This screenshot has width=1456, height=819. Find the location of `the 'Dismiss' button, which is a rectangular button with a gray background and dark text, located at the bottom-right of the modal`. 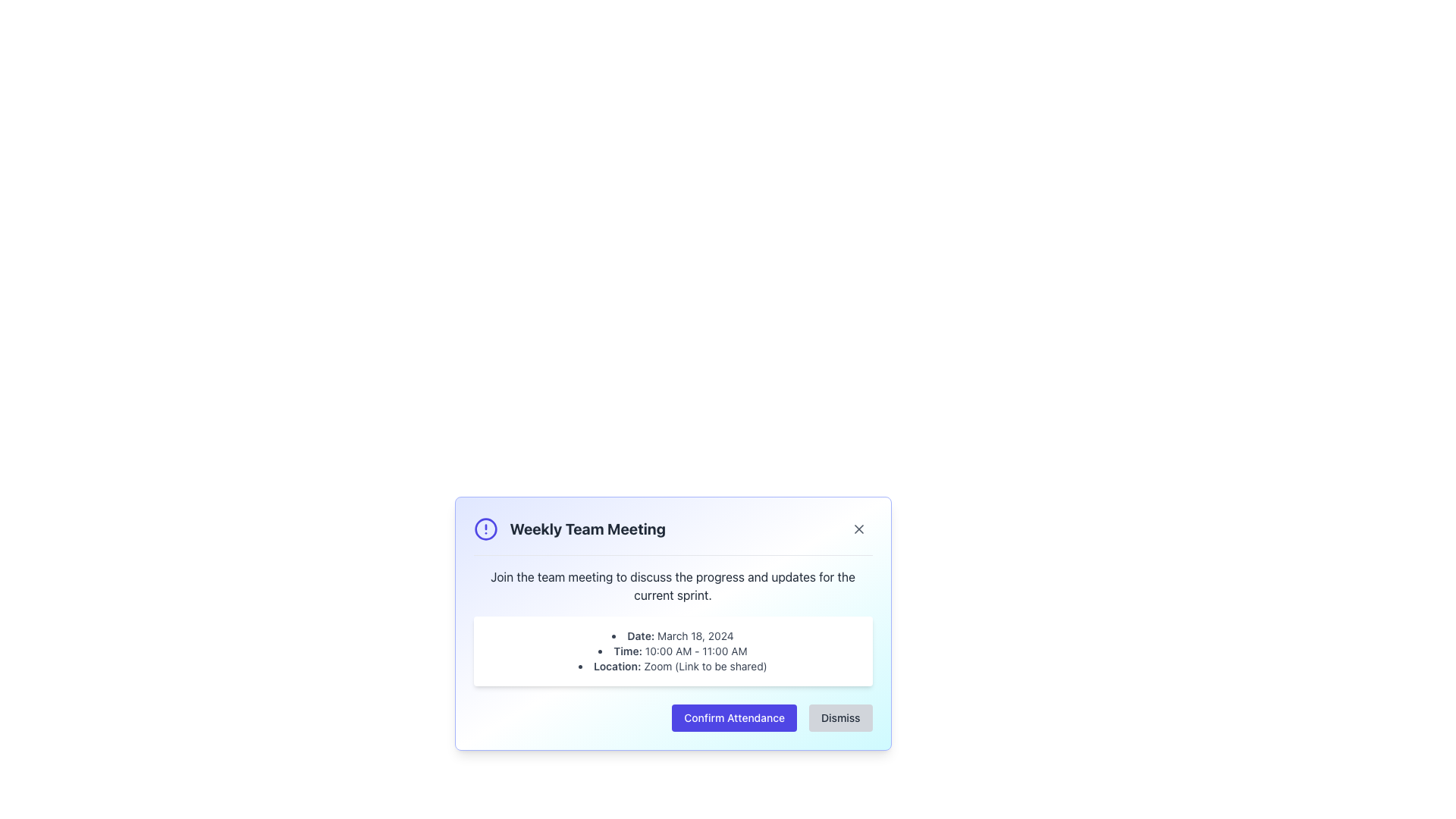

the 'Dismiss' button, which is a rectangular button with a gray background and dark text, located at the bottom-right of the modal is located at coordinates (839, 717).